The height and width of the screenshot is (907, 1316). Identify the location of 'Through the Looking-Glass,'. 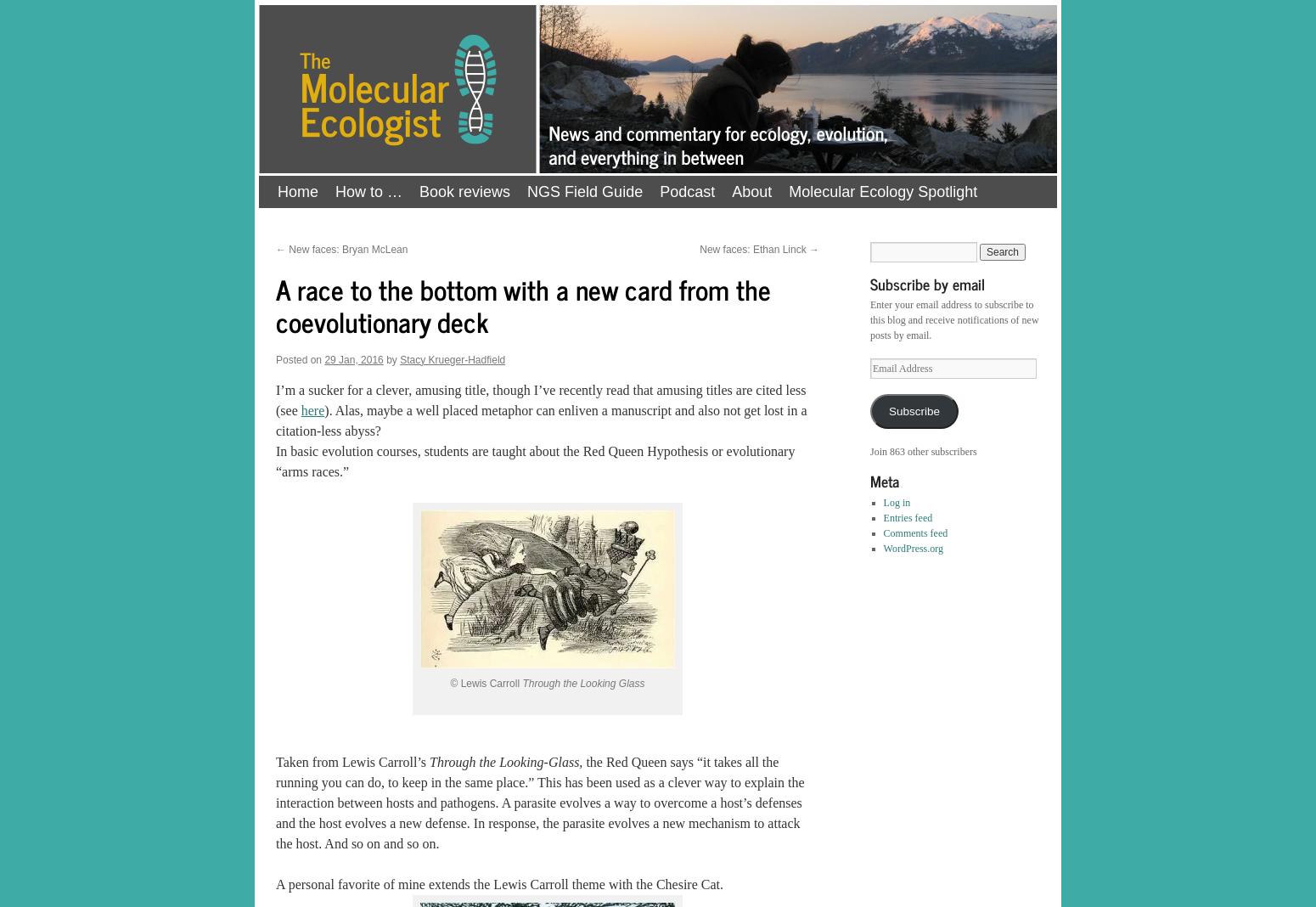
(507, 760).